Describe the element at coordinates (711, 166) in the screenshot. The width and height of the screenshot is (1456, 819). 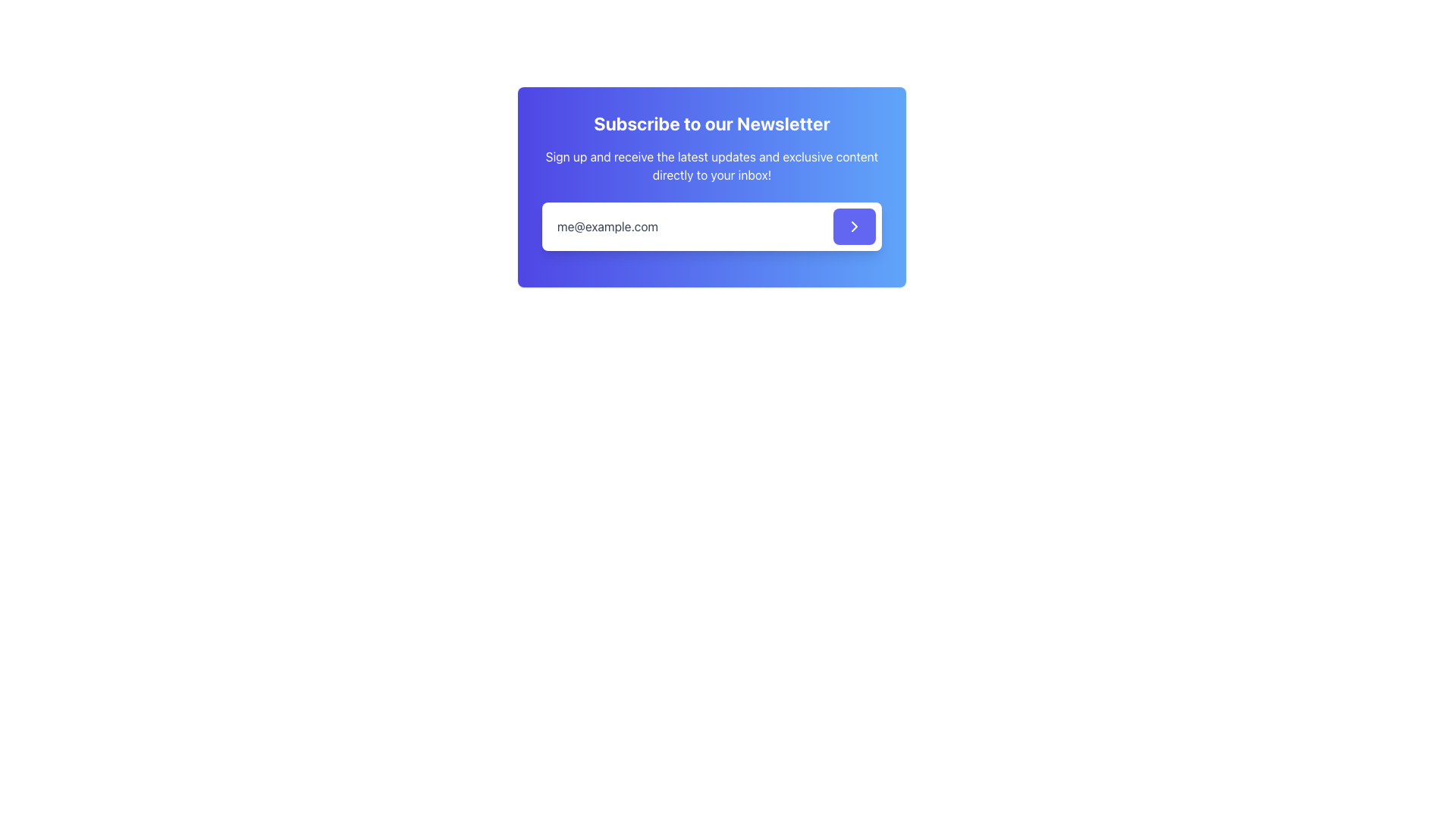
I see `the centered text block that reads 'Sign up and receive the latest updates and exclusive content directly to your inbox!'` at that location.